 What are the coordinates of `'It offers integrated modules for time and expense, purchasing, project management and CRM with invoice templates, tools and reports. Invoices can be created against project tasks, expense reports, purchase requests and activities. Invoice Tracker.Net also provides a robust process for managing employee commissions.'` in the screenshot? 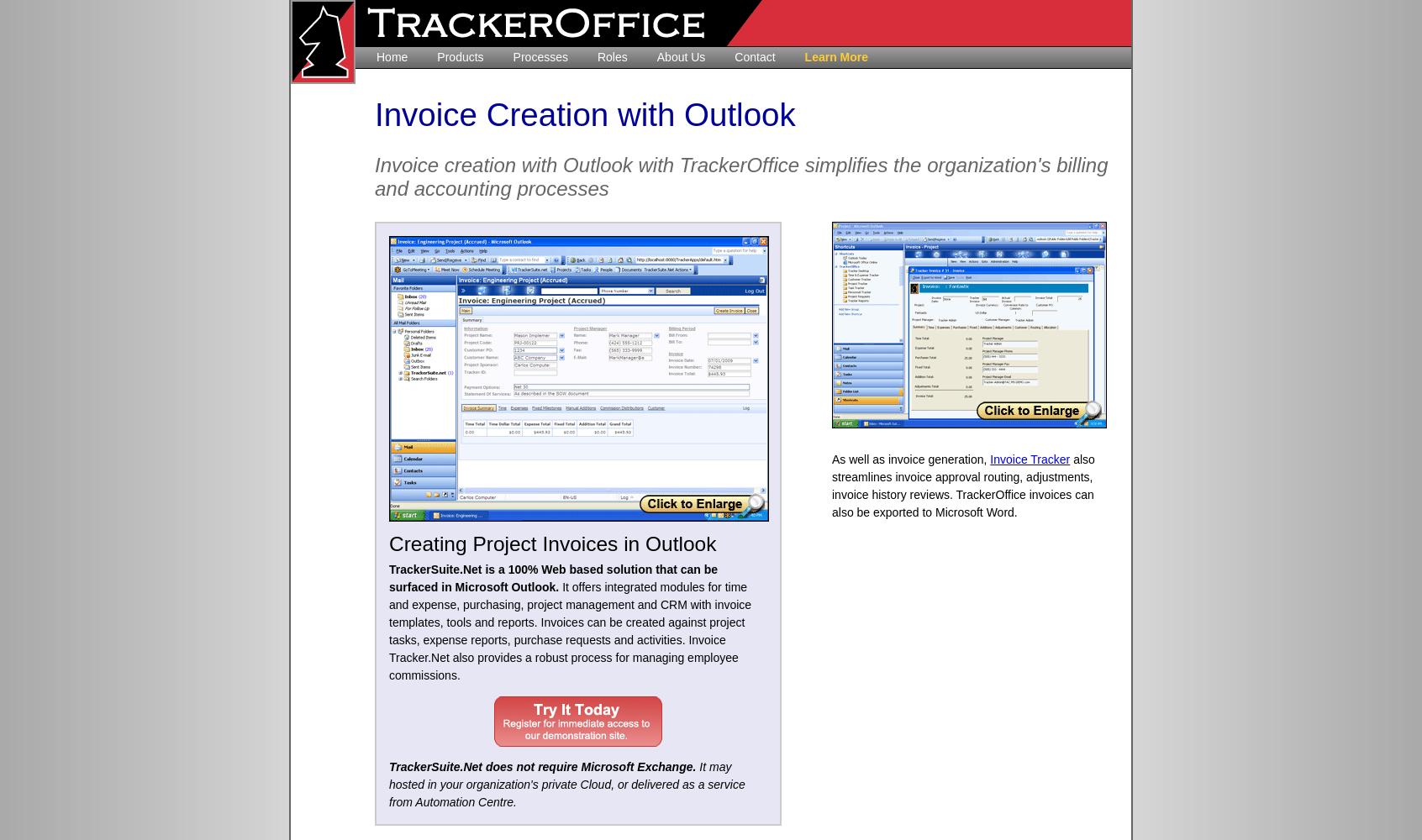 It's located at (570, 631).